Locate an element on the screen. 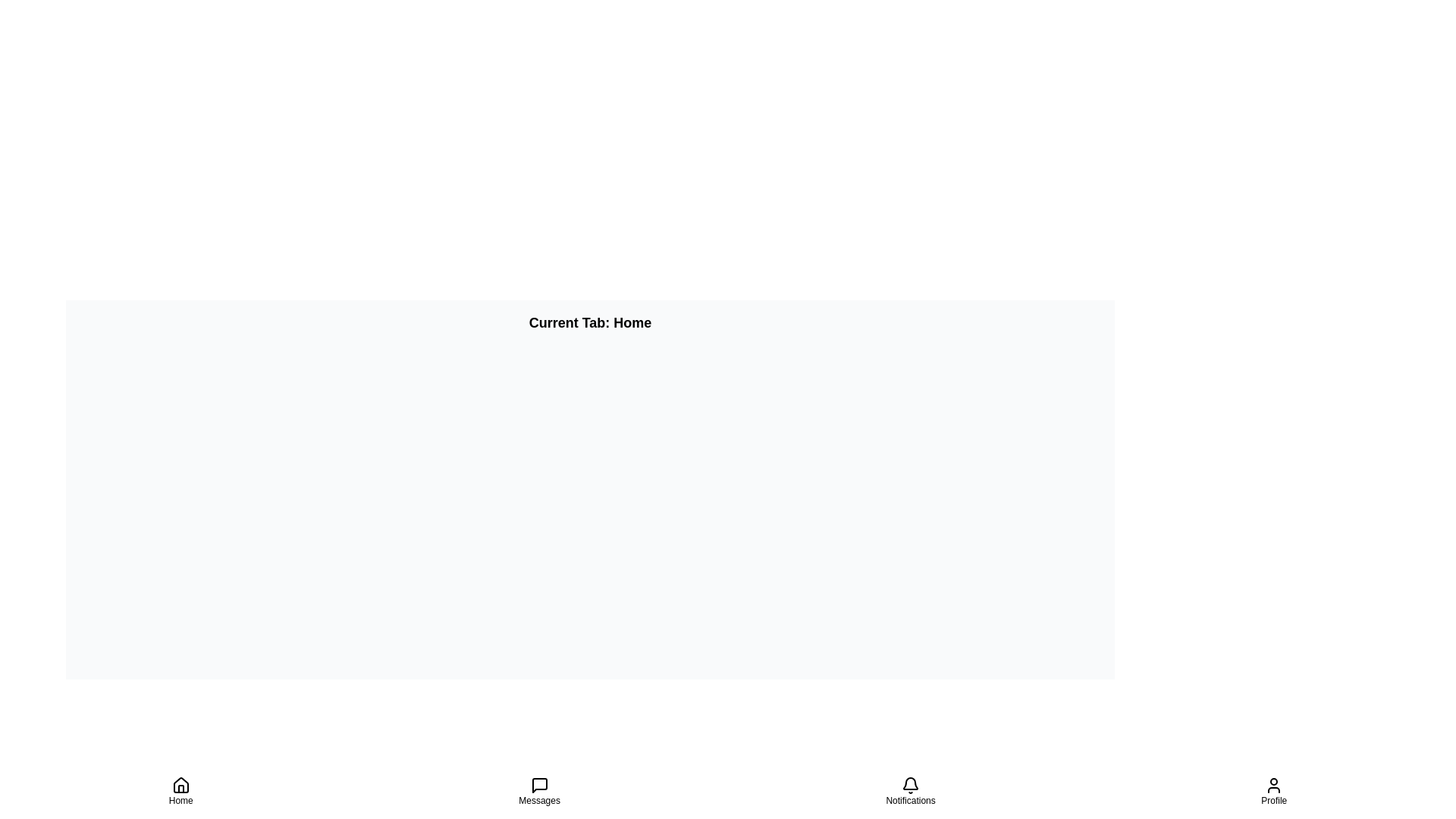 This screenshot has height=819, width=1456. the 'Home' button icon in the bottom navigation bar is located at coordinates (180, 791).